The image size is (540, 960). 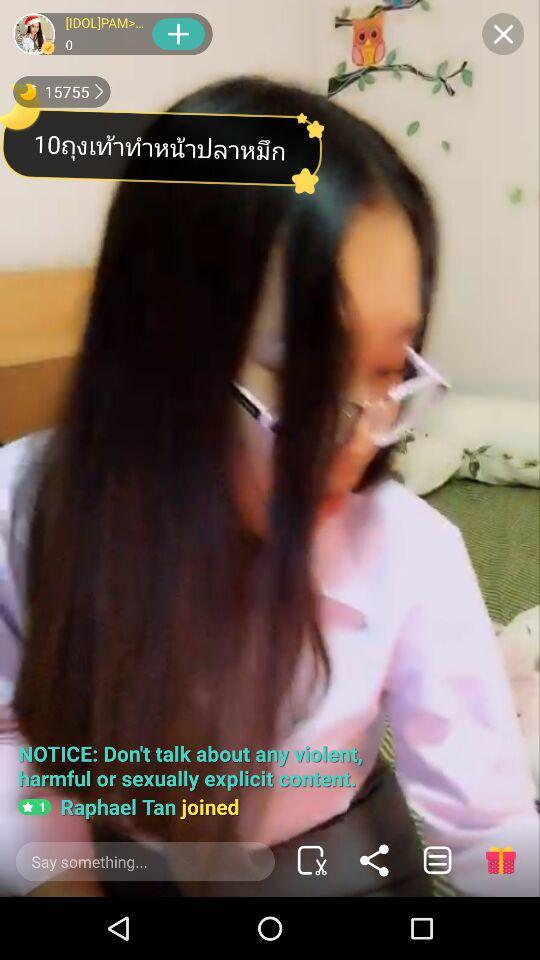 What do you see at coordinates (374, 859) in the screenshot?
I see `the share icon` at bounding box center [374, 859].